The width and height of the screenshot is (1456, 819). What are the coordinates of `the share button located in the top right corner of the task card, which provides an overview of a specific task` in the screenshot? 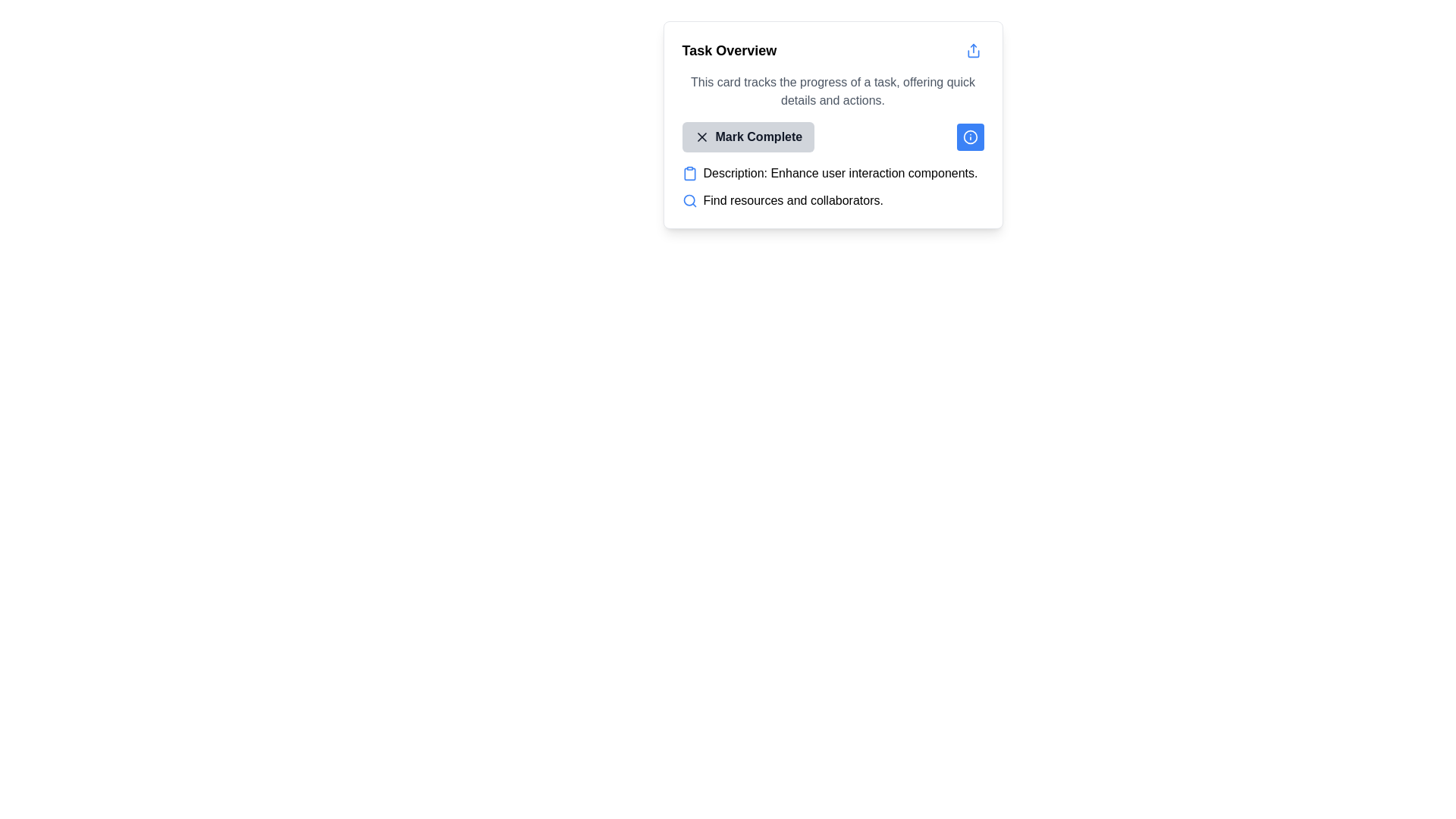 It's located at (832, 124).